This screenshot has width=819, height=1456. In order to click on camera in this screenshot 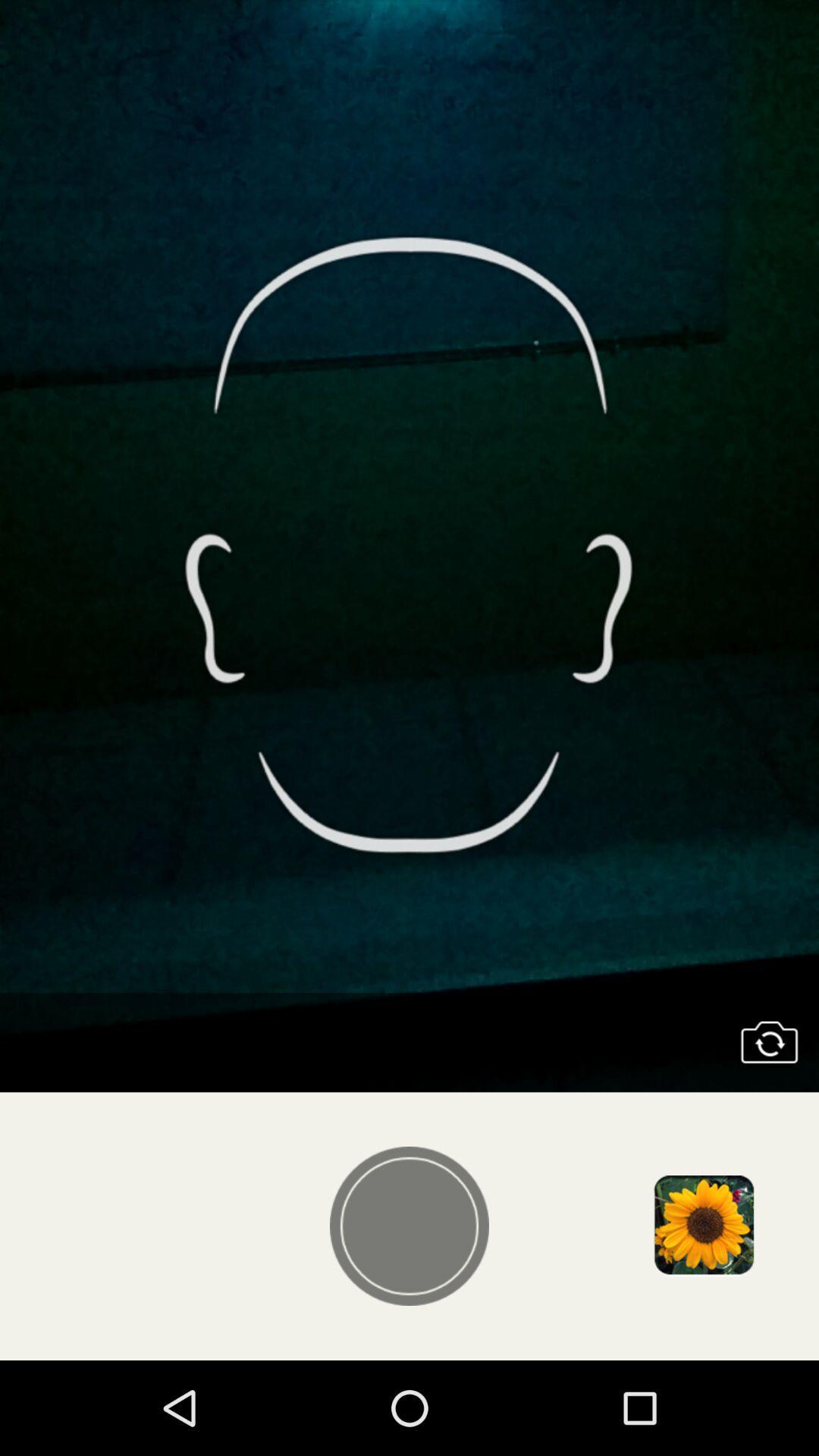, I will do `click(769, 1042)`.